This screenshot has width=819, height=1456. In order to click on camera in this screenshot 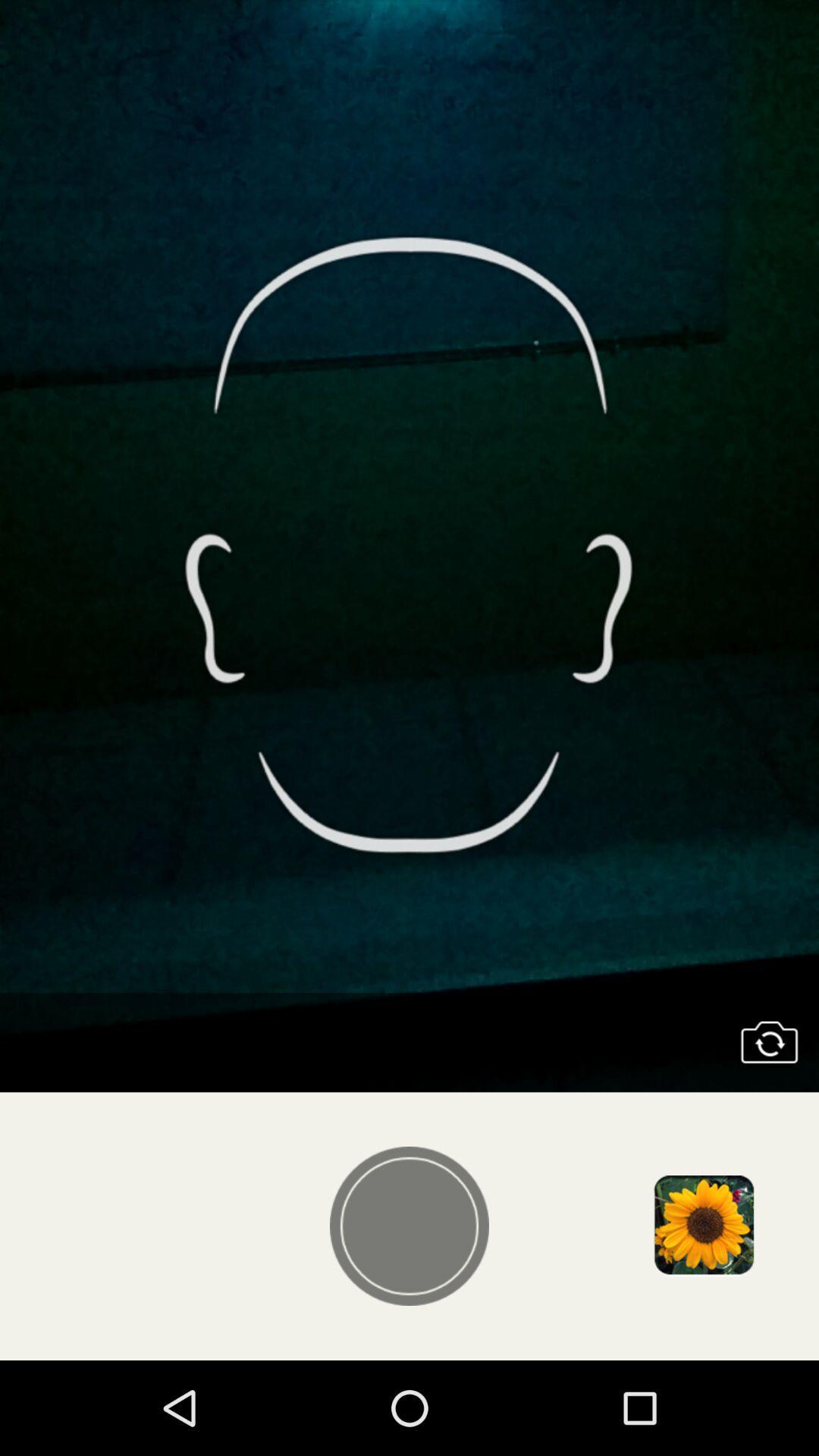, I will do `click(769, 1042)`.